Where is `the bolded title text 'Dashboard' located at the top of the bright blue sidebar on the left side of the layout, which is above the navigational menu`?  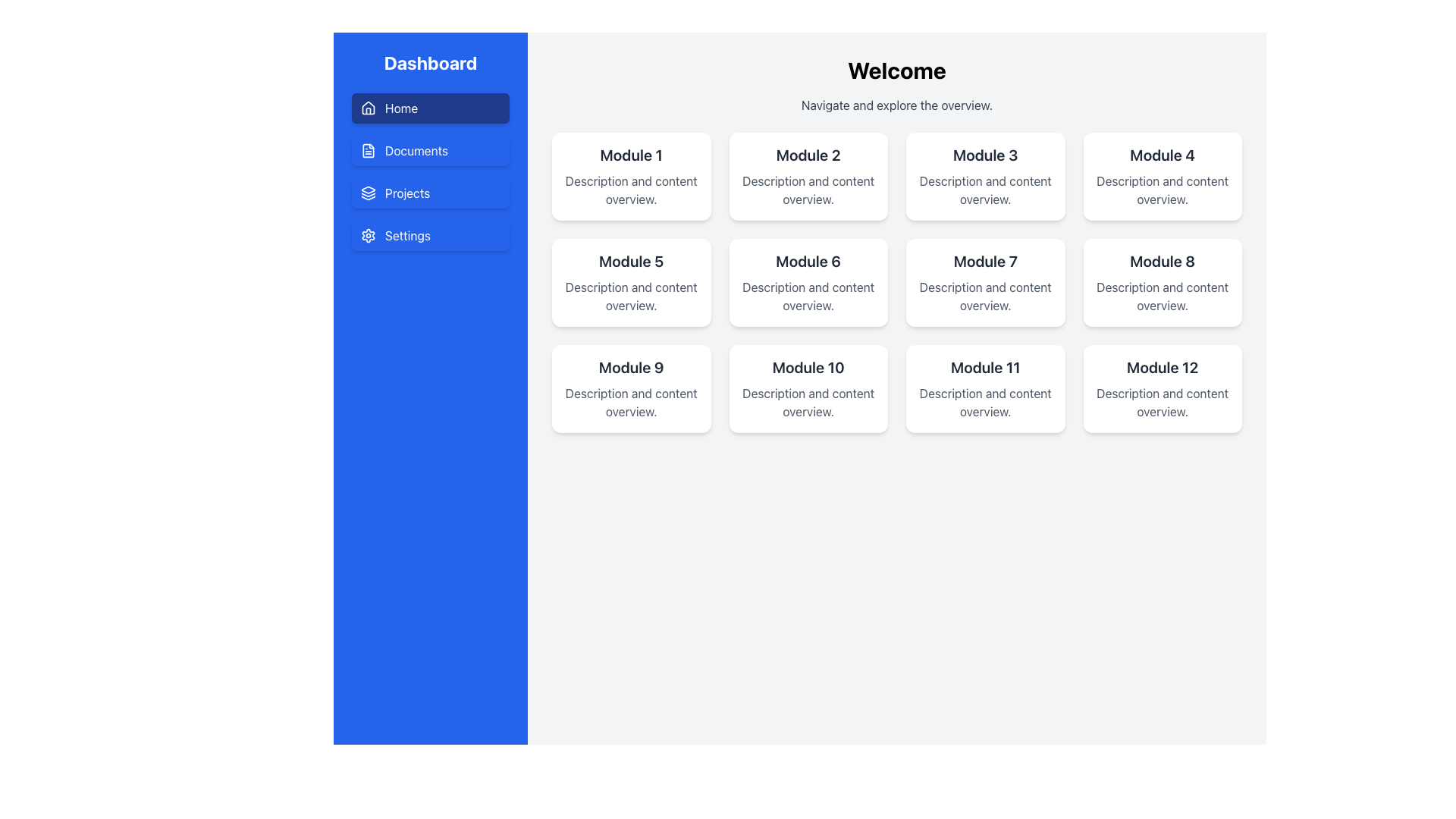
the bolded title text 'Dashboard' located at the top of the bright blue sidebar on the left side of the layout, which is above the navigational menu is located at coordinates (429, 62).